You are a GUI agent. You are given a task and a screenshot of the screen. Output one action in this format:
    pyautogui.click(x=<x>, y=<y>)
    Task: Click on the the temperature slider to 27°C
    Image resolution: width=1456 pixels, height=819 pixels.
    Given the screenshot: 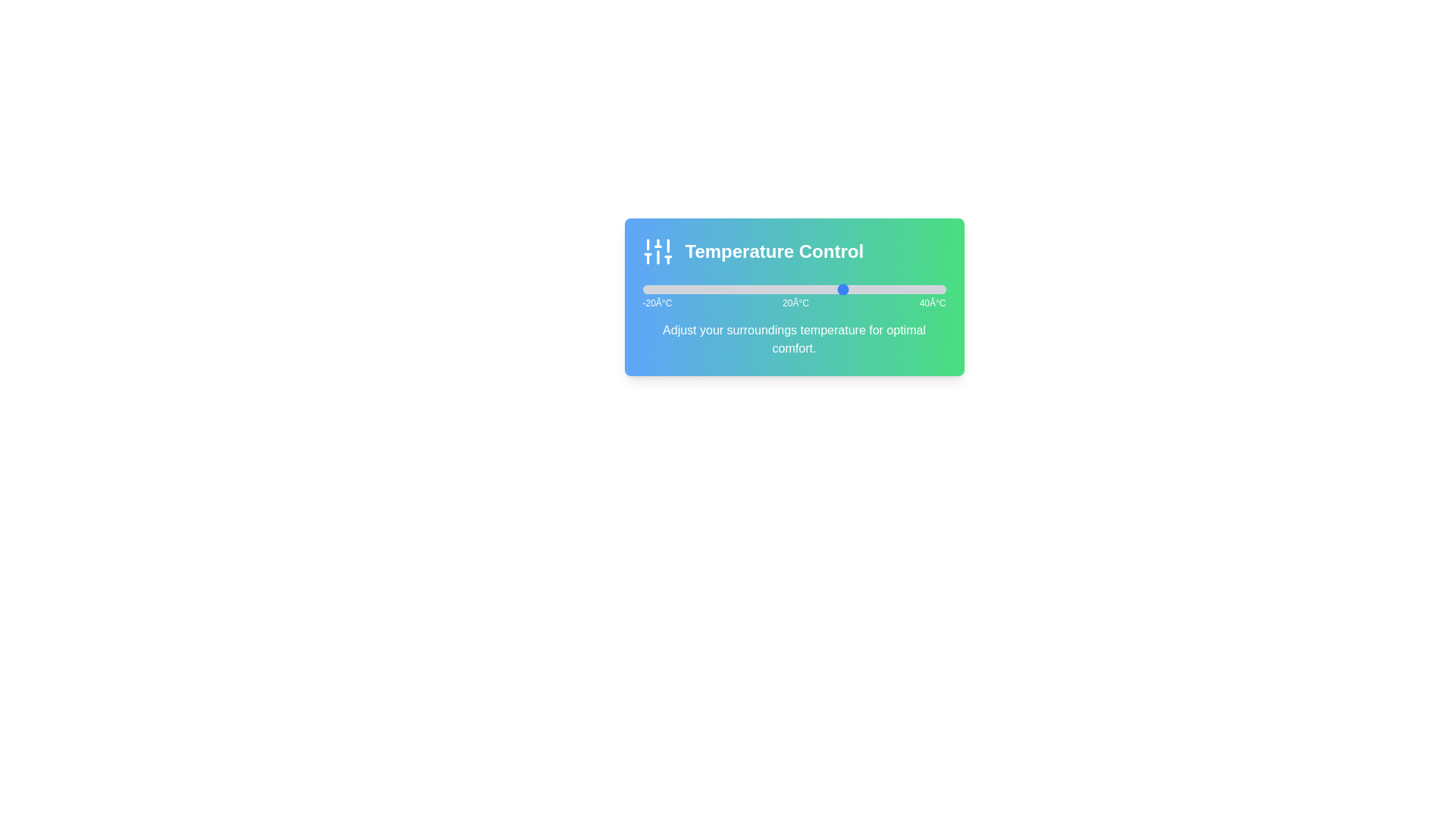 What is the action you would take?
    pyautogui.click(x=880, y=289)
    